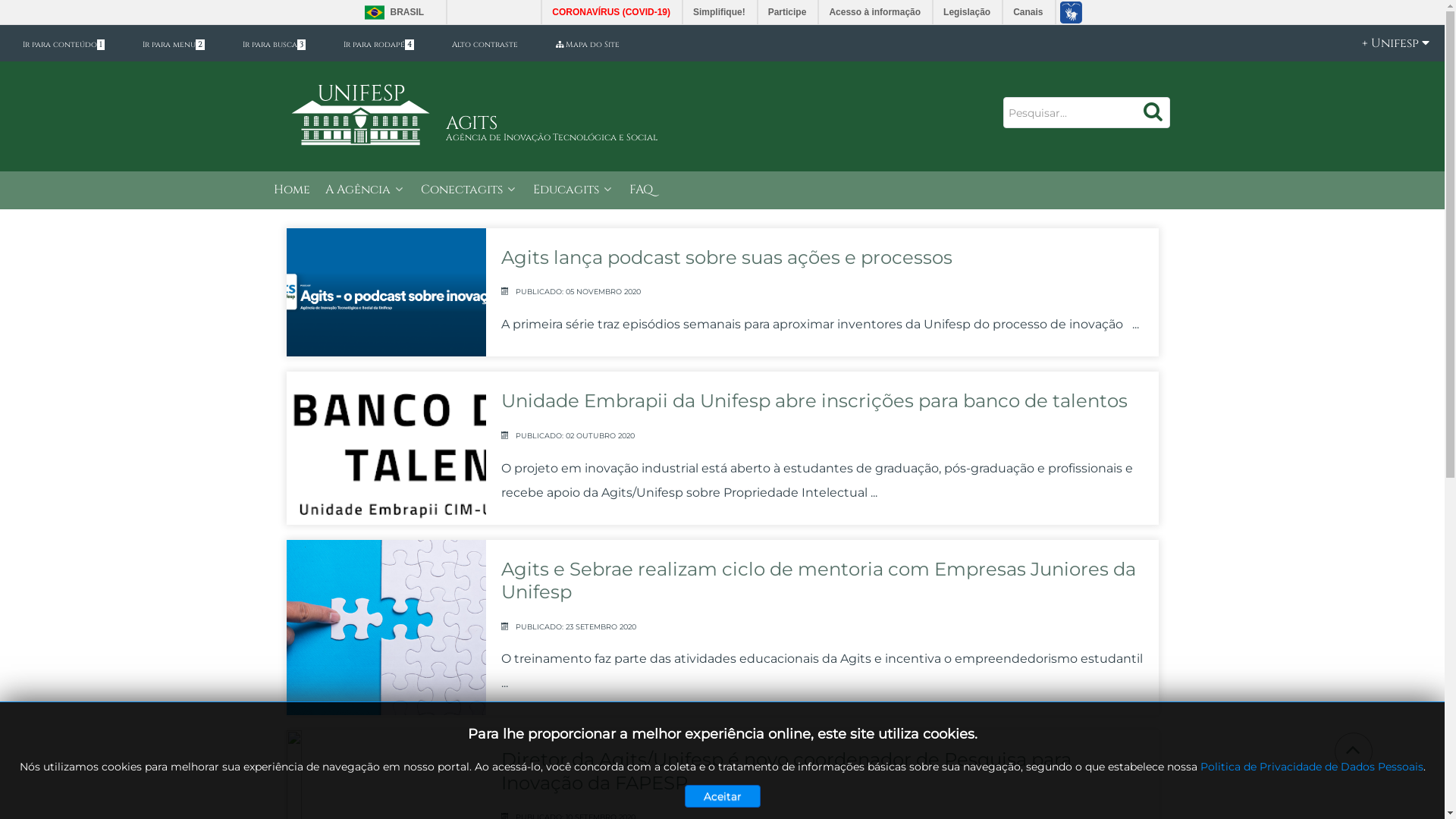  Describe the element at coordinates (484, 43) in the screenshot. I see `'Alto contraste'` at that location.